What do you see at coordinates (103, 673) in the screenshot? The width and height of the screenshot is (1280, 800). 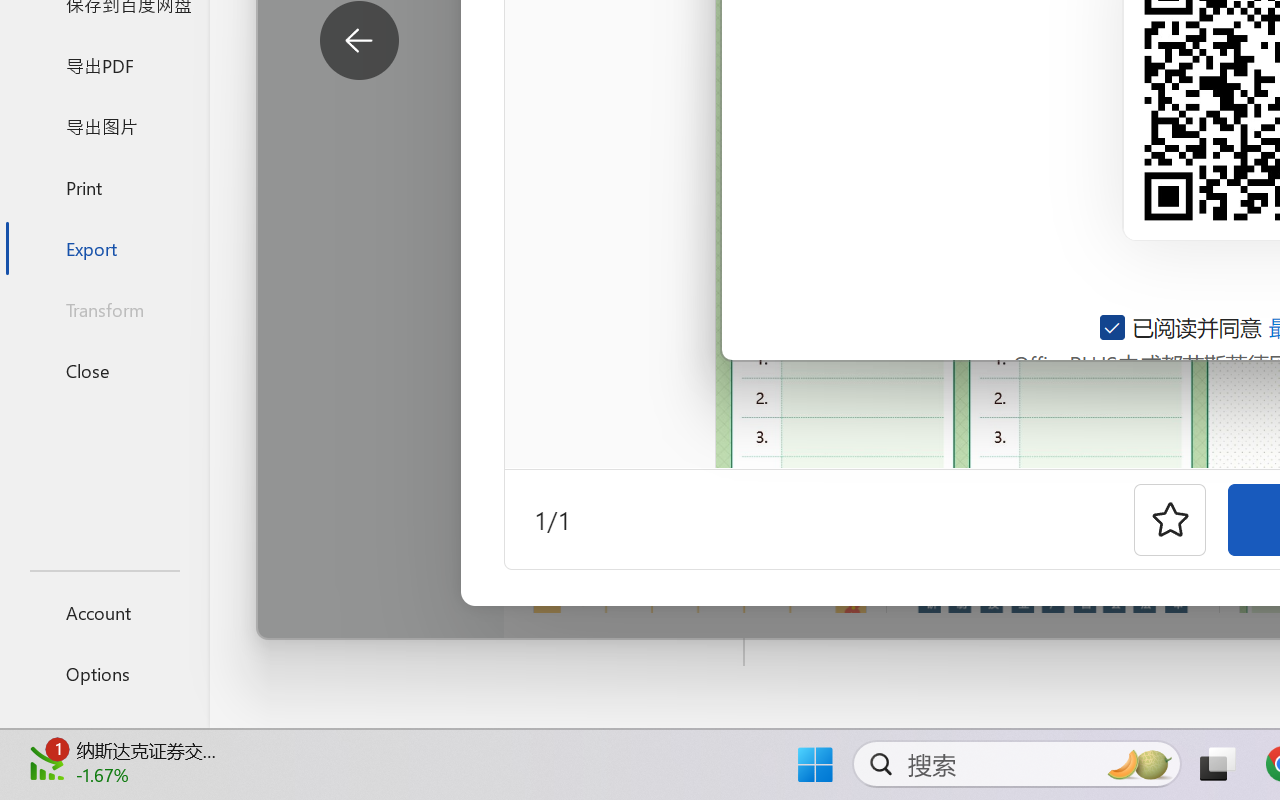 I see `'Options'` at bounding box center [103, 673].